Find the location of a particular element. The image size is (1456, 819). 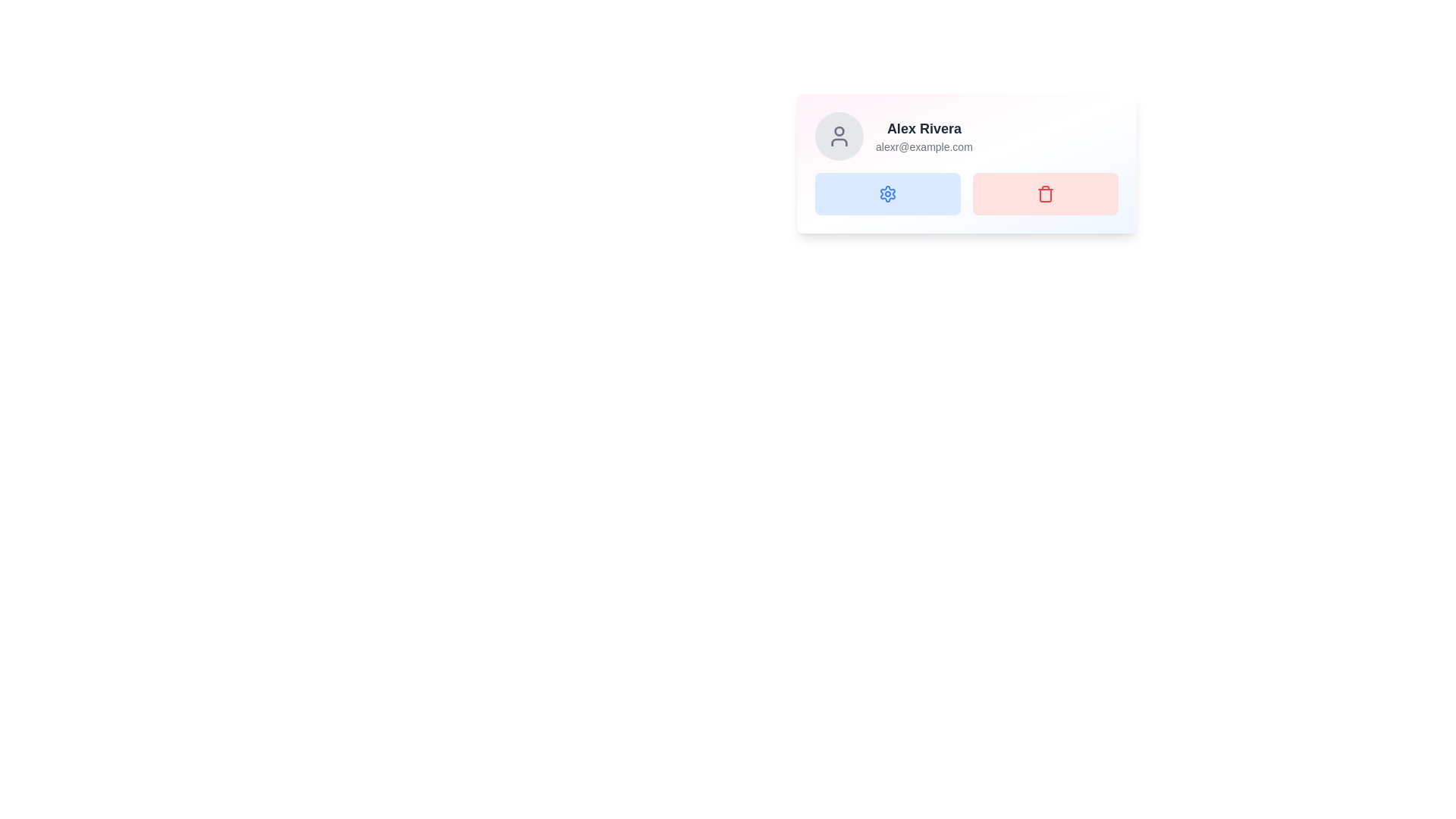

the blue gear-shaped icon for additional interaction options is located at coordinates (888, 193).